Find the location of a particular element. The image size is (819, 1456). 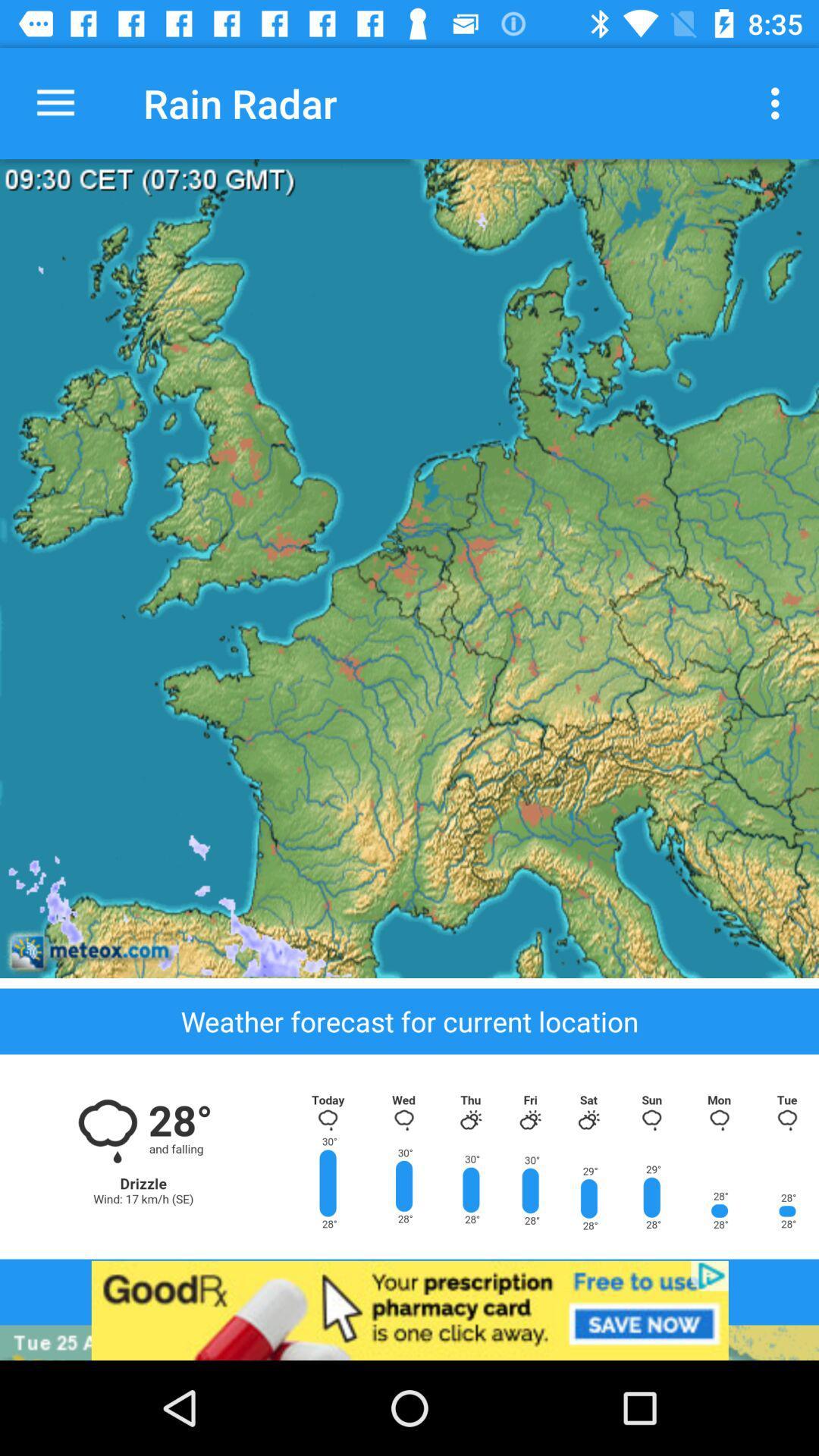

see weather forecast is located at coordinates (409, 1156).